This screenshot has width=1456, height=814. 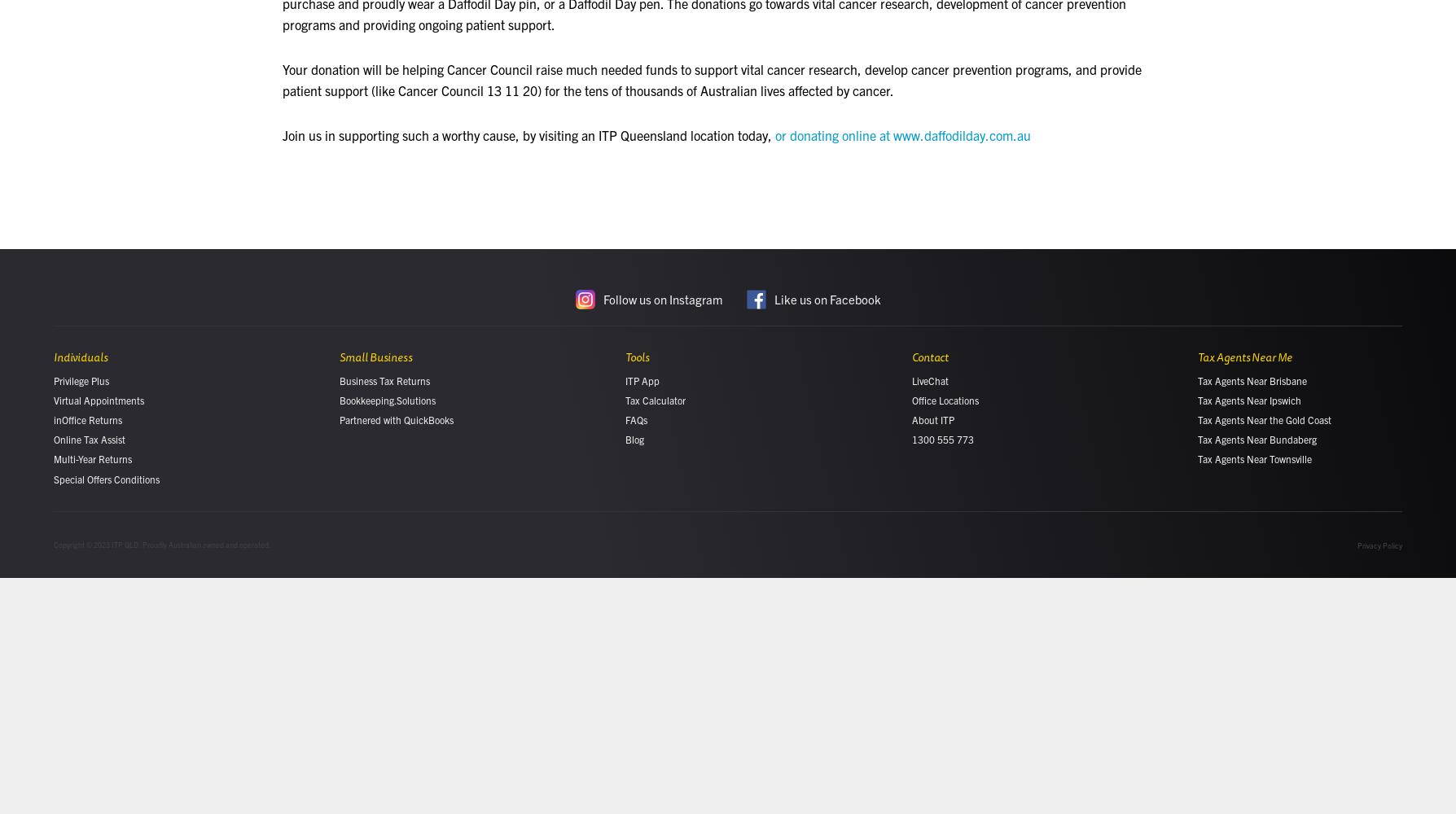 I want to click on 'Tax Agents Near Ipswich', so click(x=1249, y=398).